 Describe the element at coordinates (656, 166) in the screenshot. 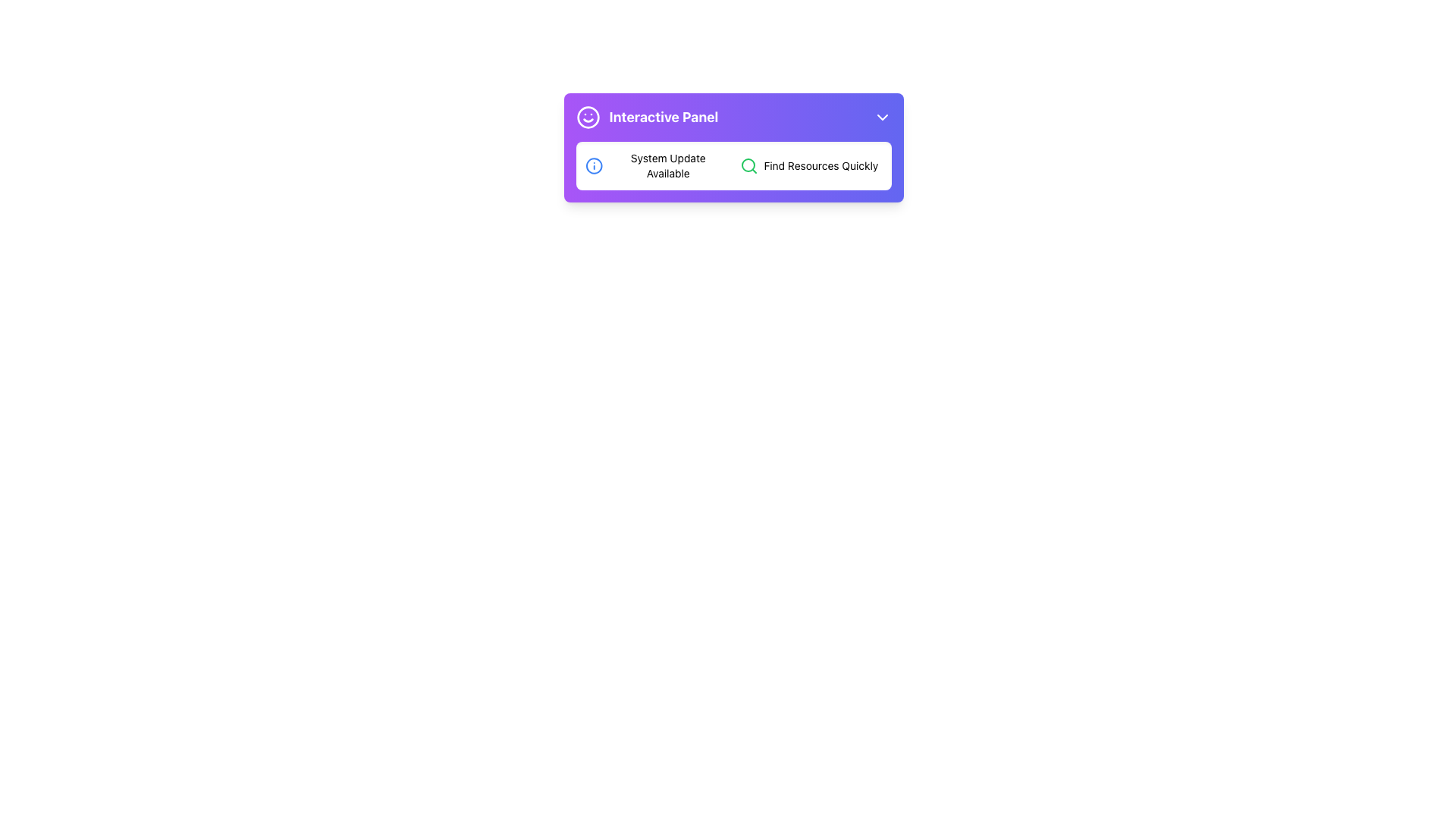

I see `the static text element displaying 'System Update Available' with the blue information icon to its left` at that location.